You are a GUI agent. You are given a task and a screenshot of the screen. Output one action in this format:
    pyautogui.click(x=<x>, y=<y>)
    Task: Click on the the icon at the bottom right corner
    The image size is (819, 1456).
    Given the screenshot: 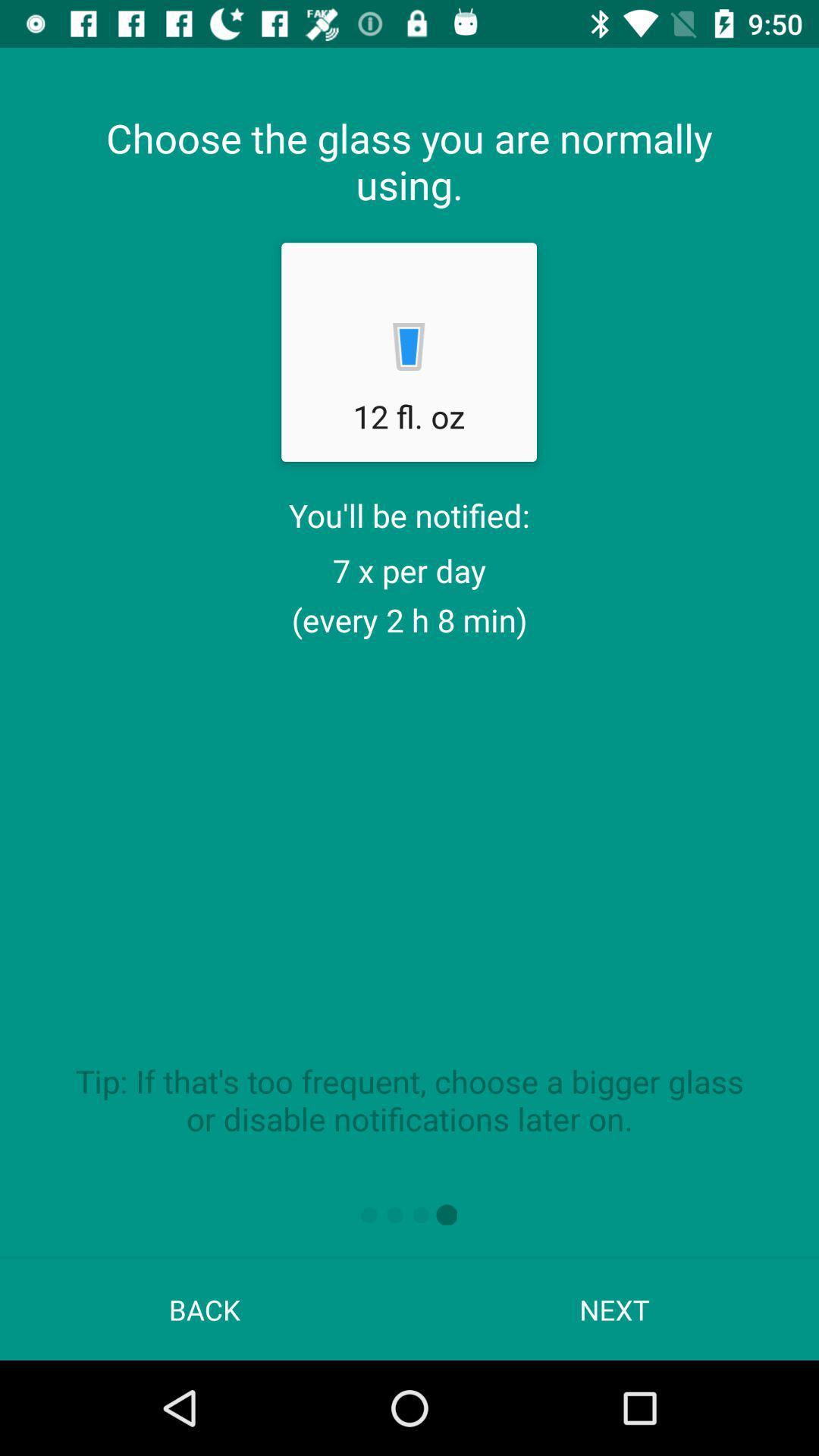 What is the action you would take?
    pyautogui.click(x=614, y=1309)
    